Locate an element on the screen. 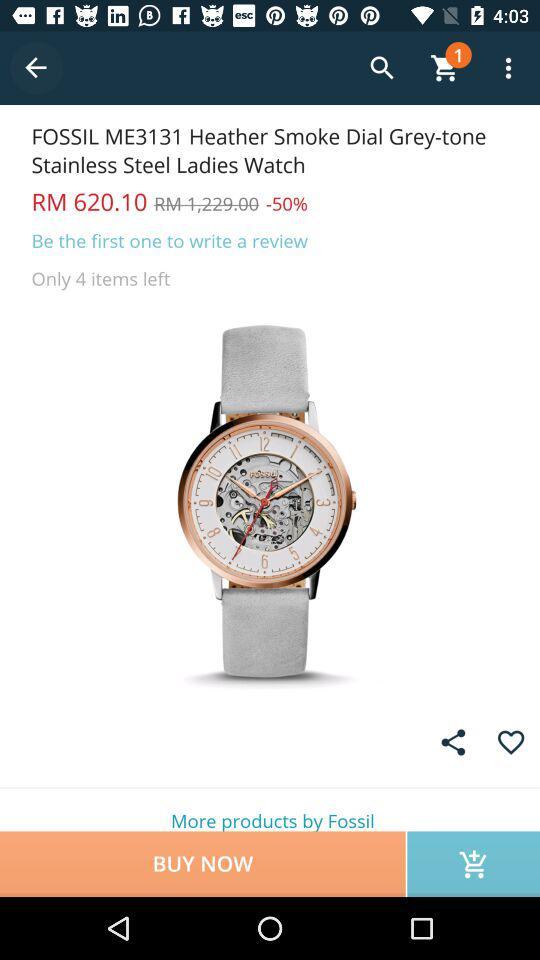  item above more products by is located at coordinates (511, 741).